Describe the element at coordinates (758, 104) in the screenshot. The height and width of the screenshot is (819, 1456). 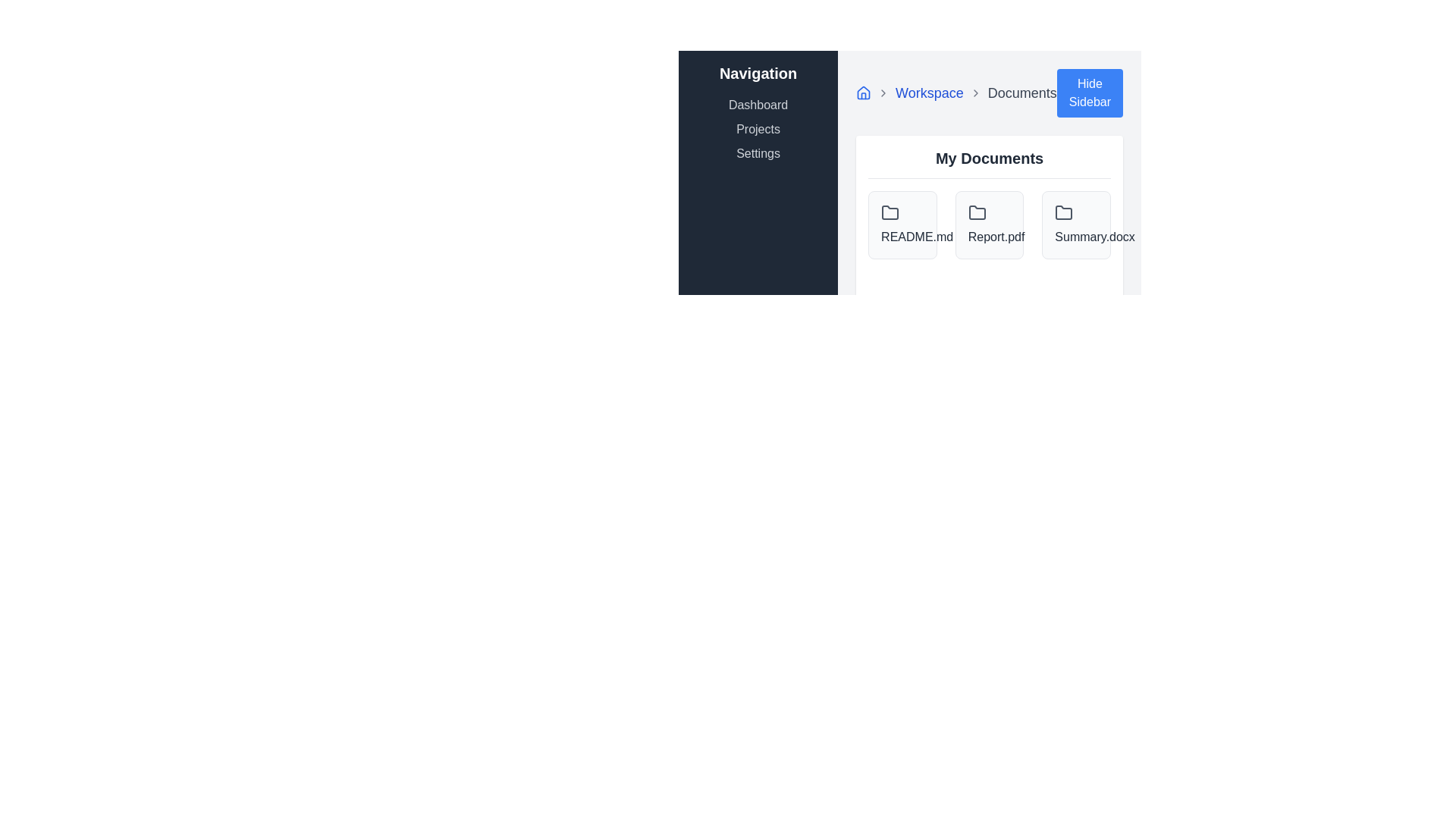
I see `the 'Dashboard' text label in the sidebar navigation menu, which is the first item below the 'Navigation' heading` at that location.